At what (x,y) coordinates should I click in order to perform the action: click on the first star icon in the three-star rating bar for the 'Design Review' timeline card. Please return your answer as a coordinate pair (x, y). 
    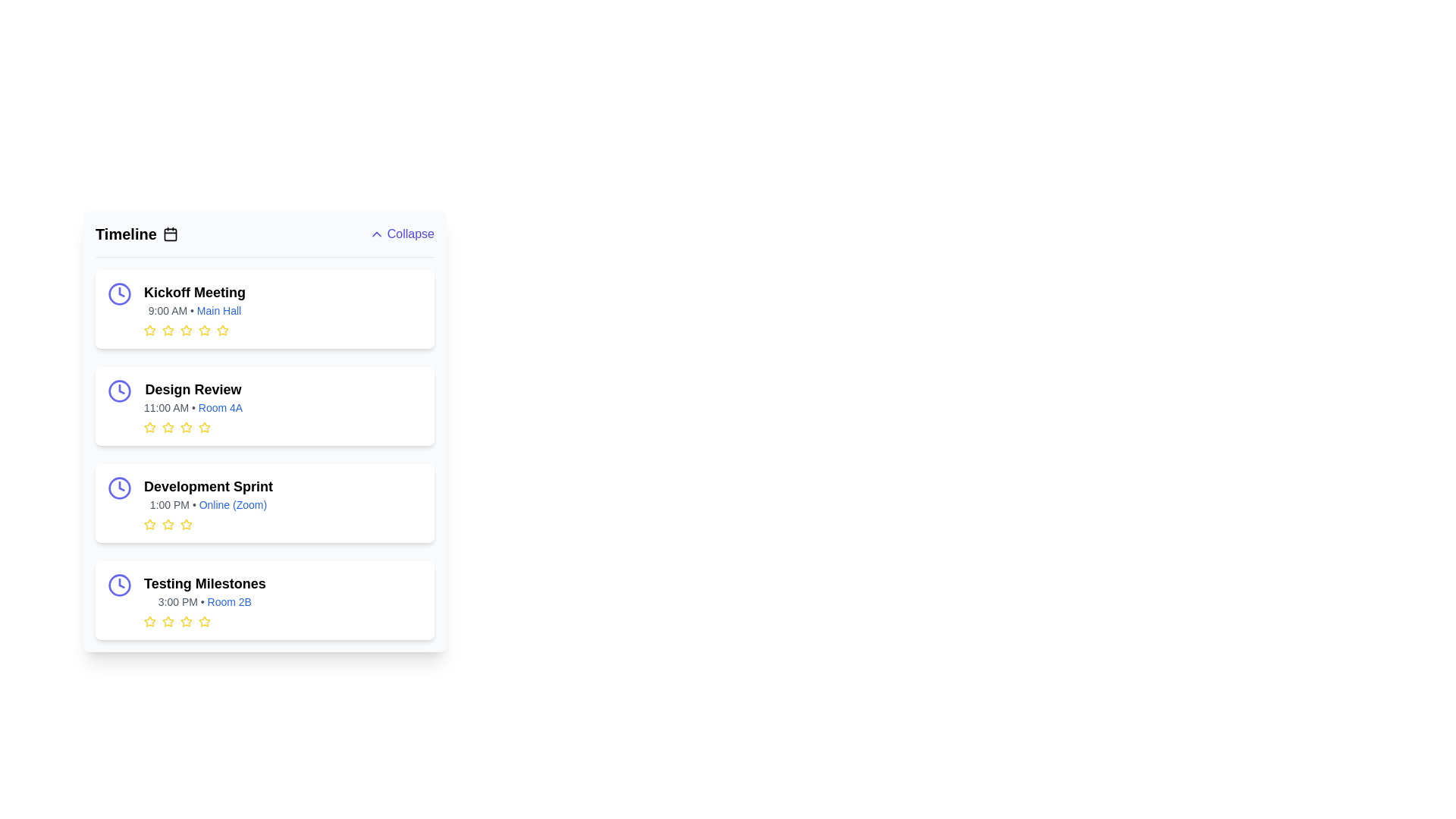
    Looking at the image, I should click on (168, 427).